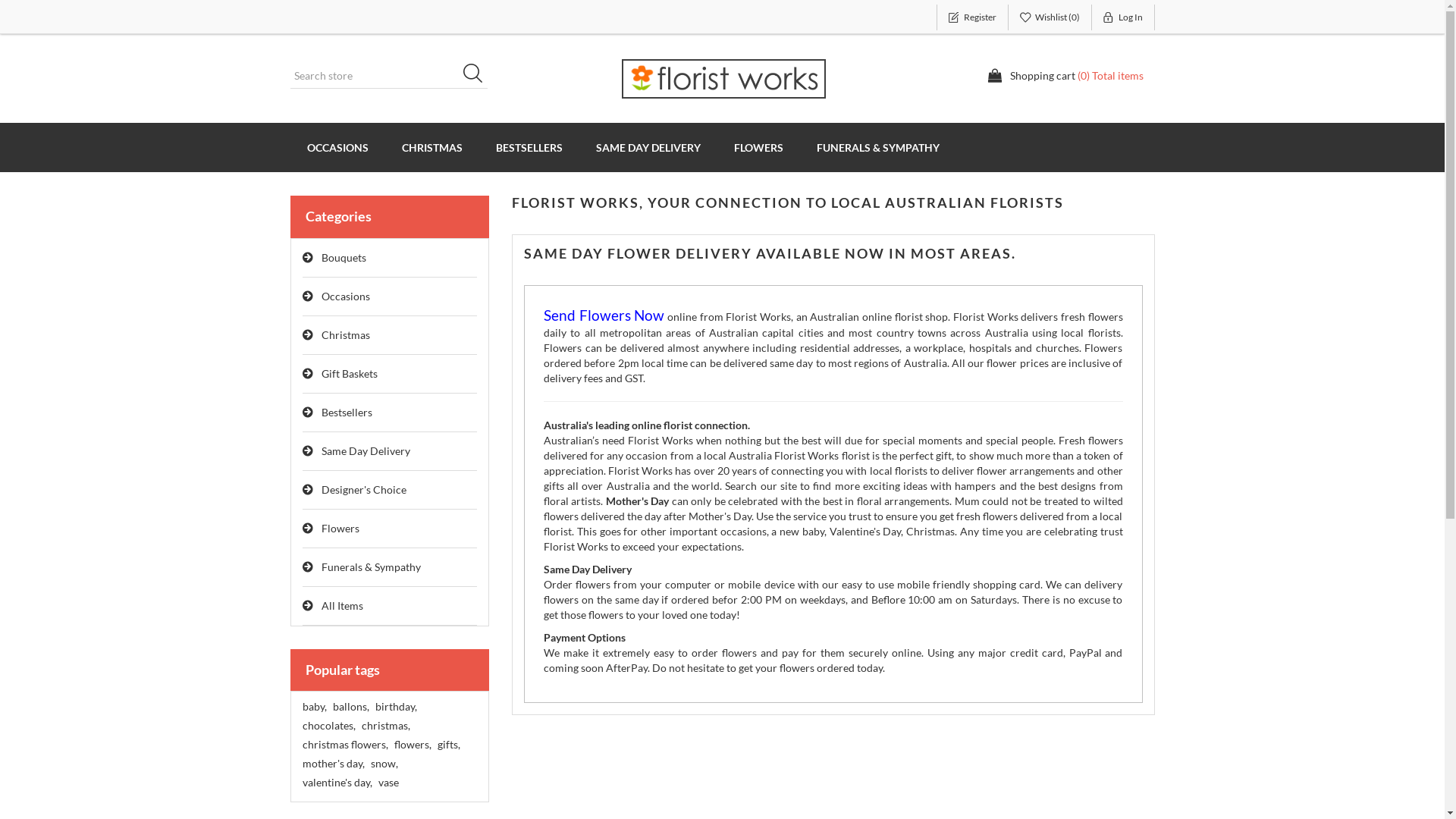 Image resolution: width=1456 pixels, height=819 pixels. Describe the element at coordinates (349, 707) in the screenshot. I see `'ballons,'` at that location.